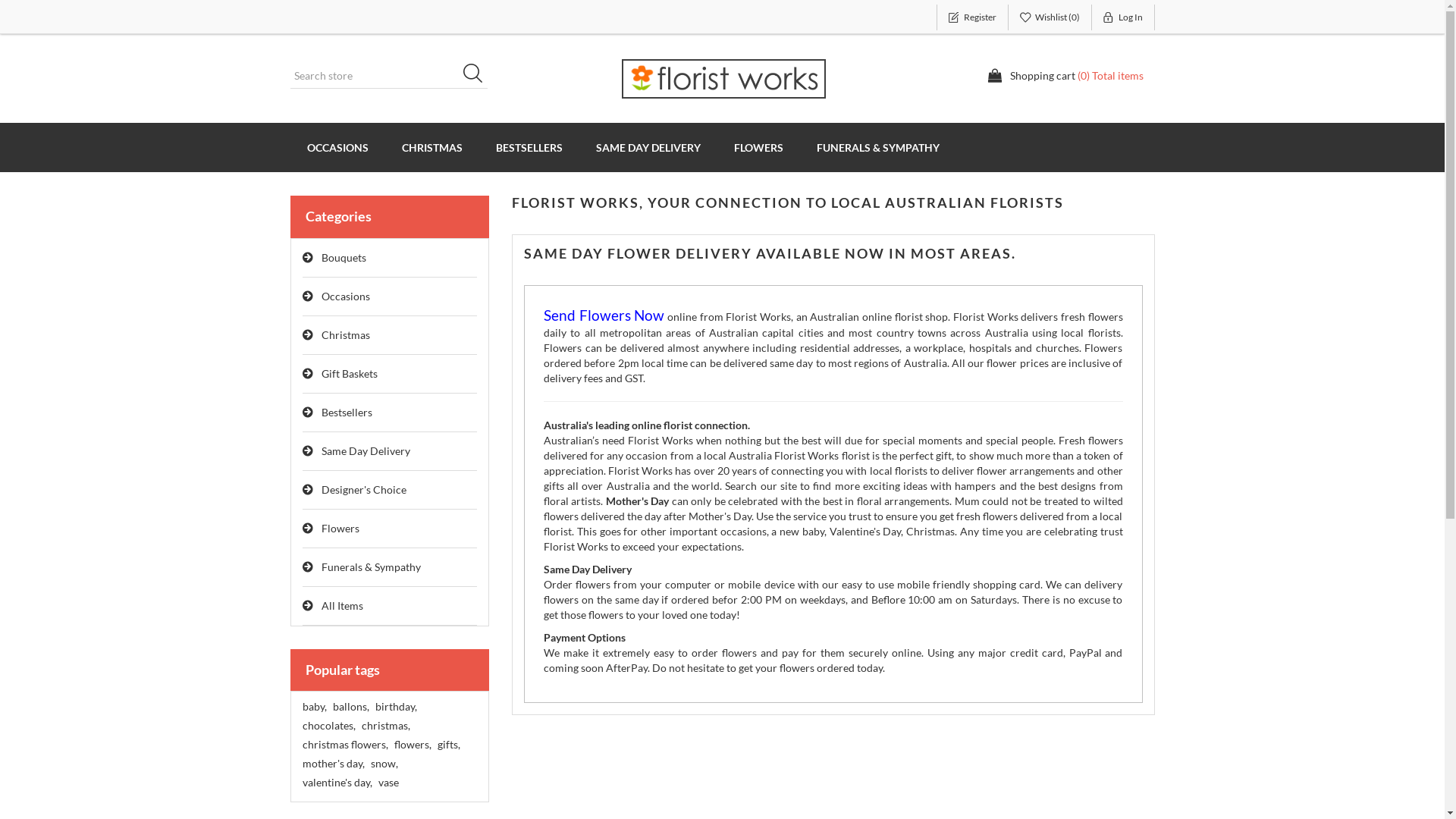 Image resolution: width=1456 pixels, height=819 pixels. Describe the element at coordinates (349, 707) in the screenshot. I see `'ballons,'` at that location.